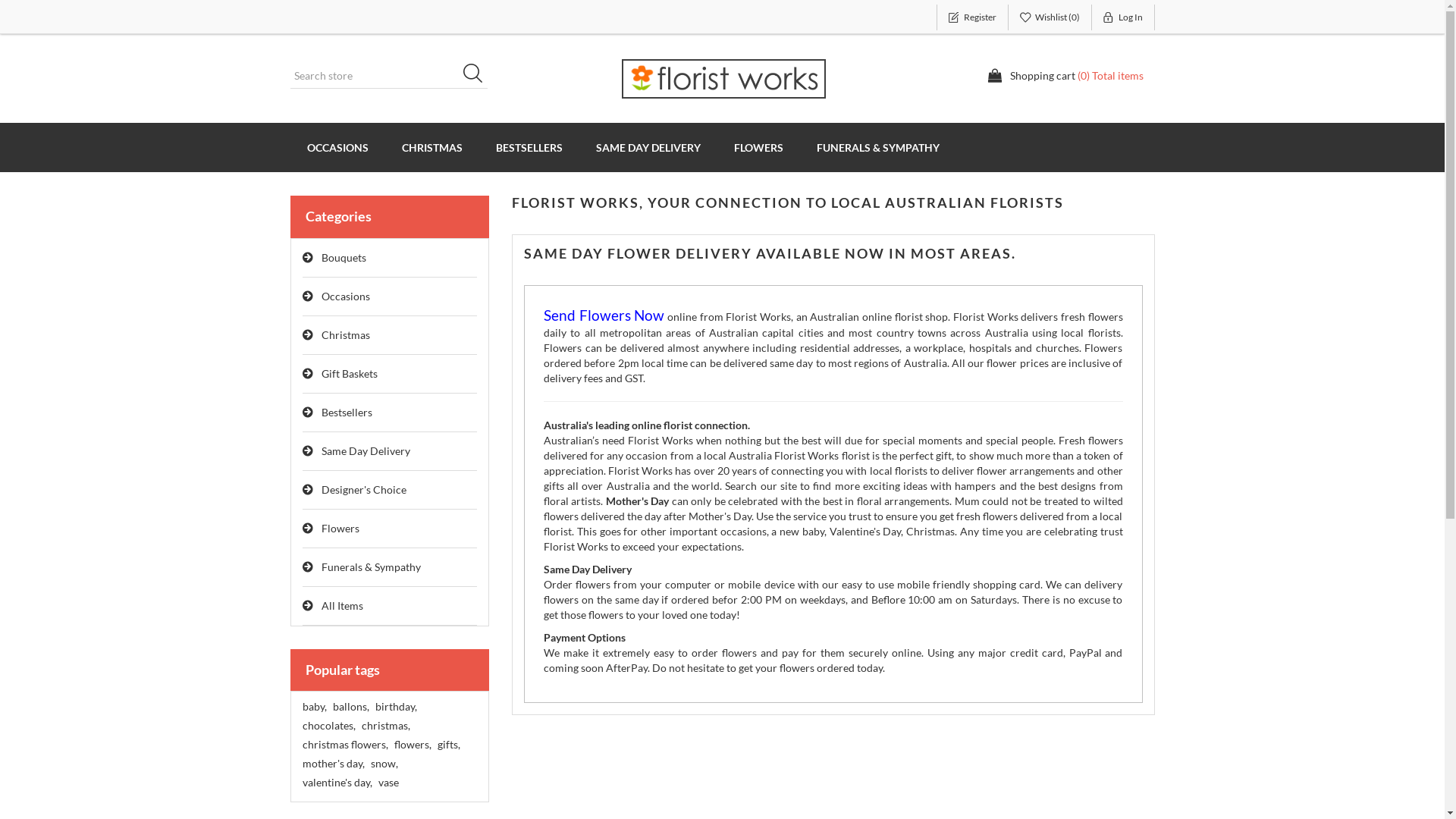 Image resolution: width=1456 pixels, height=819 pixels. Describe the element at coordinates (349, 707) in the screenshot. I see `'ballons,'` at that location.